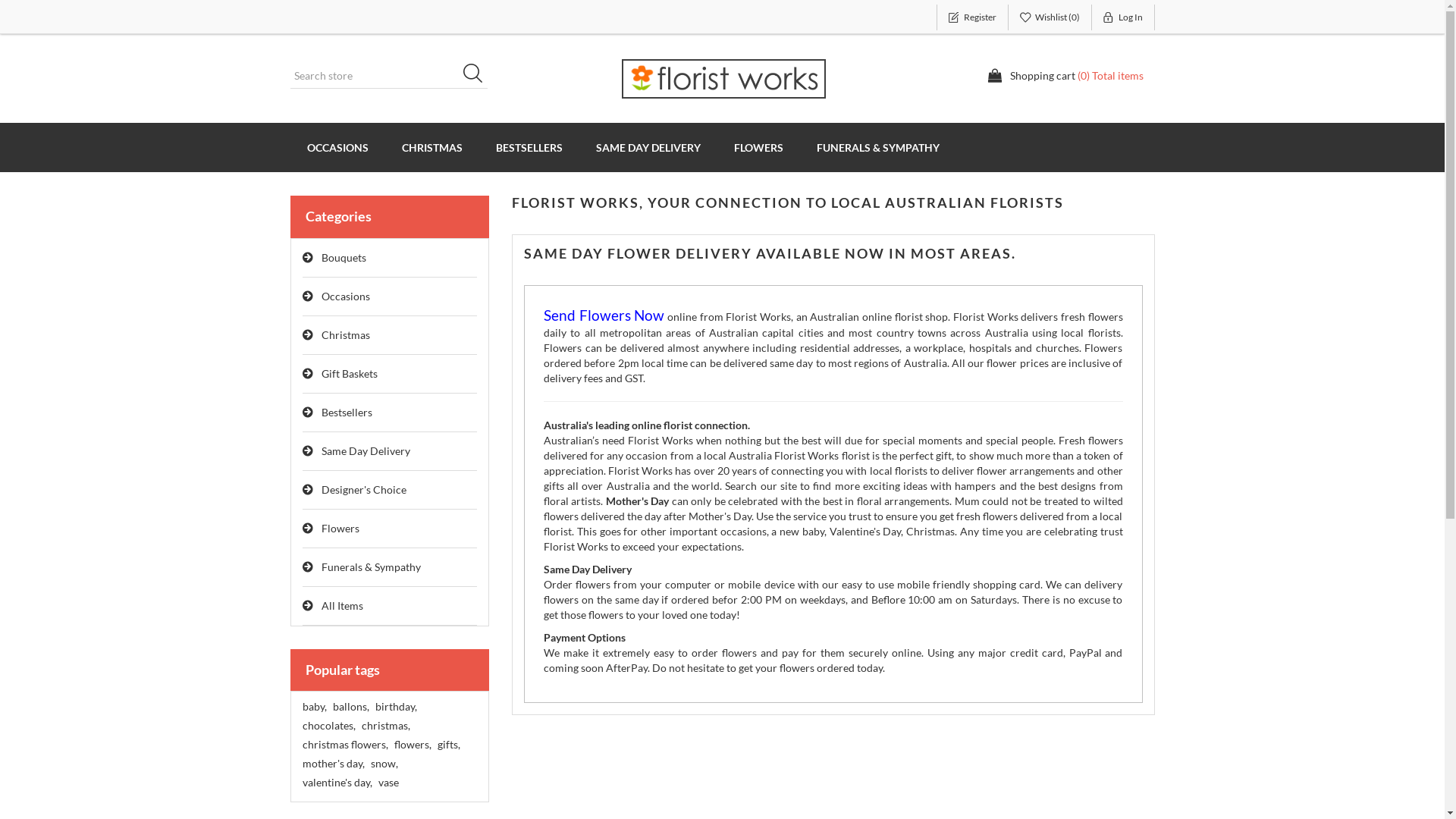 Image resolution: width=1456 pixels, height=819 pixels. Describe the element at coordinates (349, 707) in the screenshot. I see `'ballons,'` at that location.